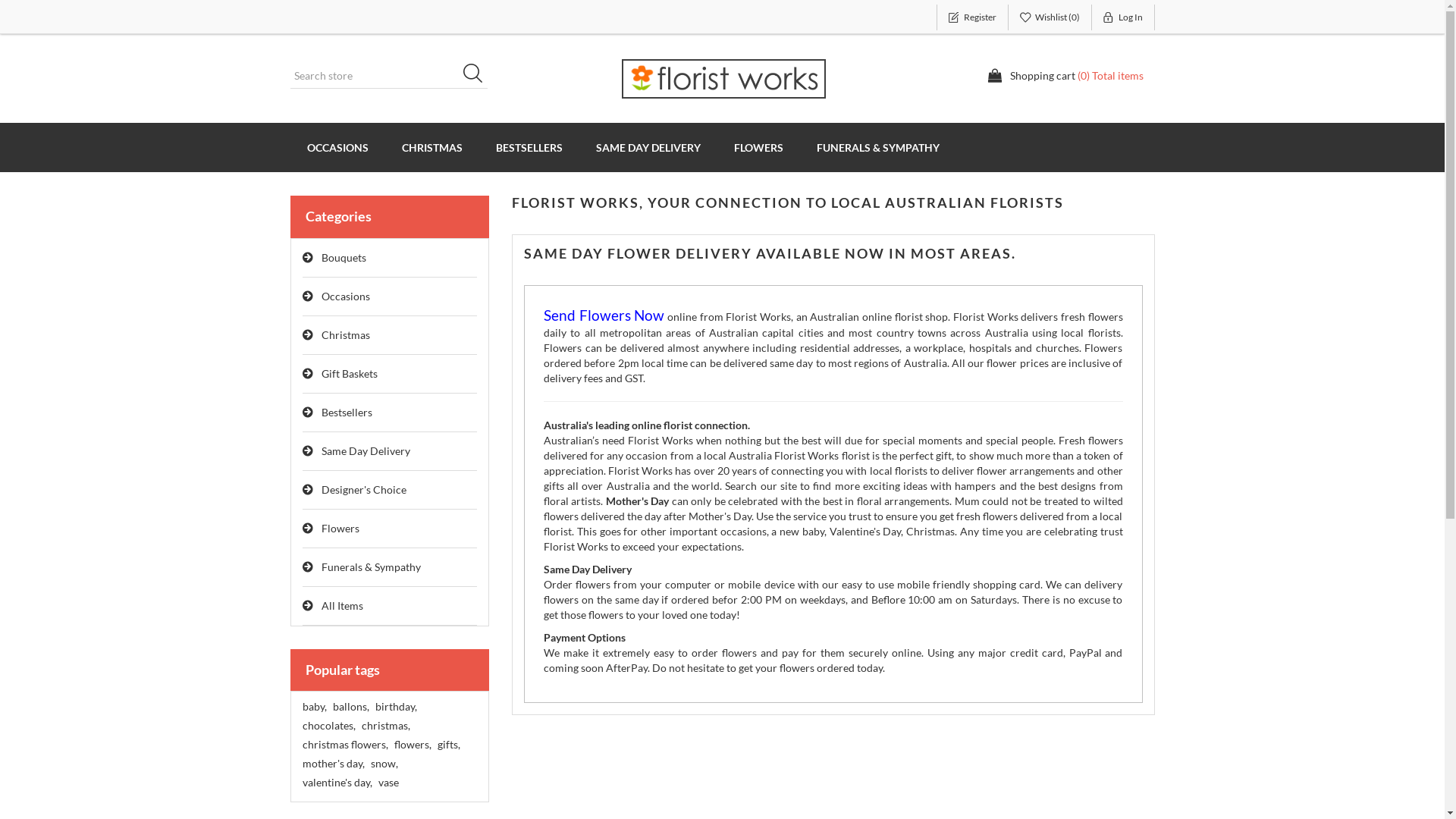 Image resolution: width=1456 pixels, height=819 pixels. Describe the element at coordinates (349, 707) in the screenshot. I see `'ballons,'` at that location.